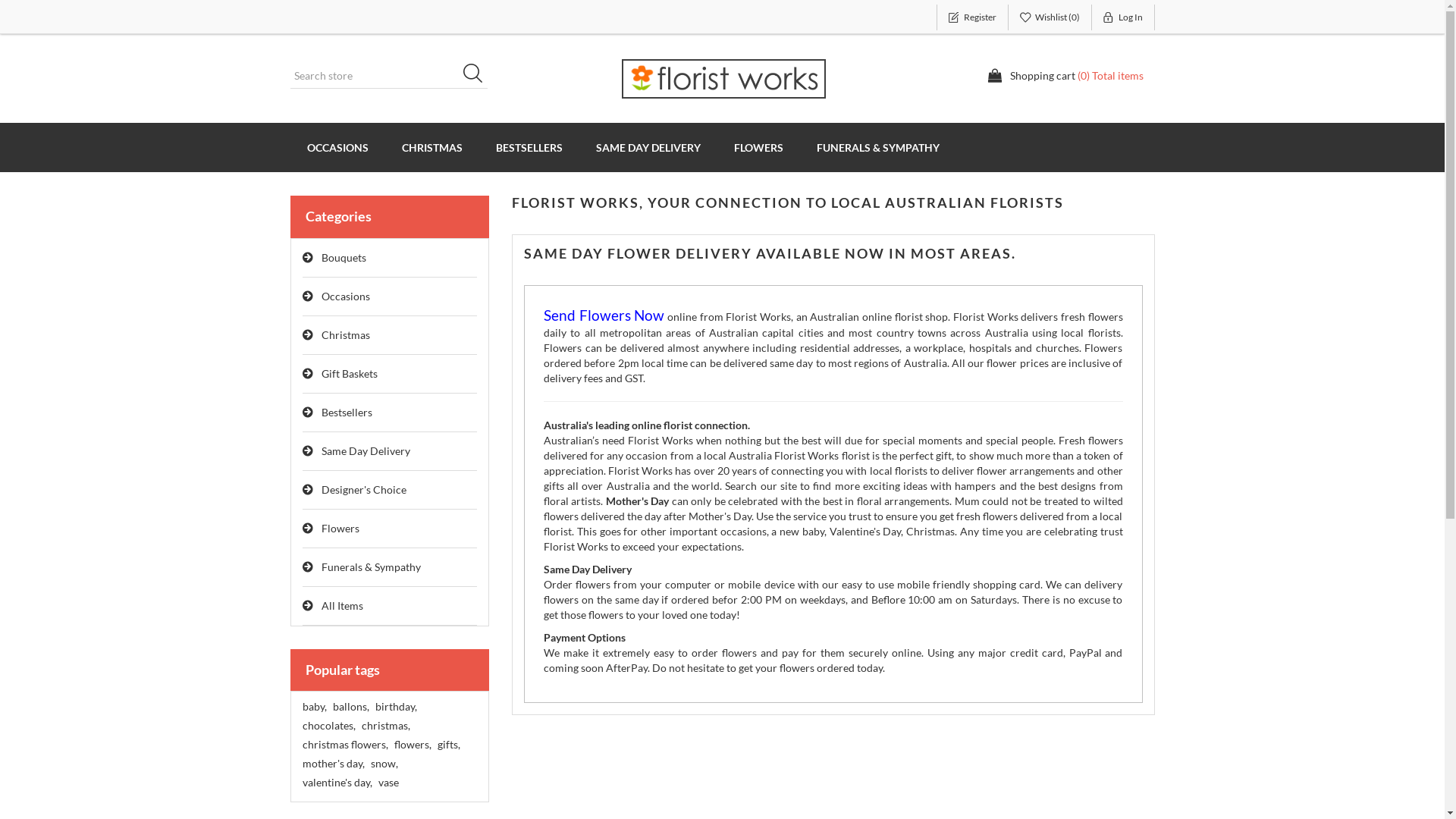 Image resolution: width=1456 pixels, height=819 pixels. Describe the element at coordinates (349, 707) in the screenshot. I see `'ballons,'` at that location.